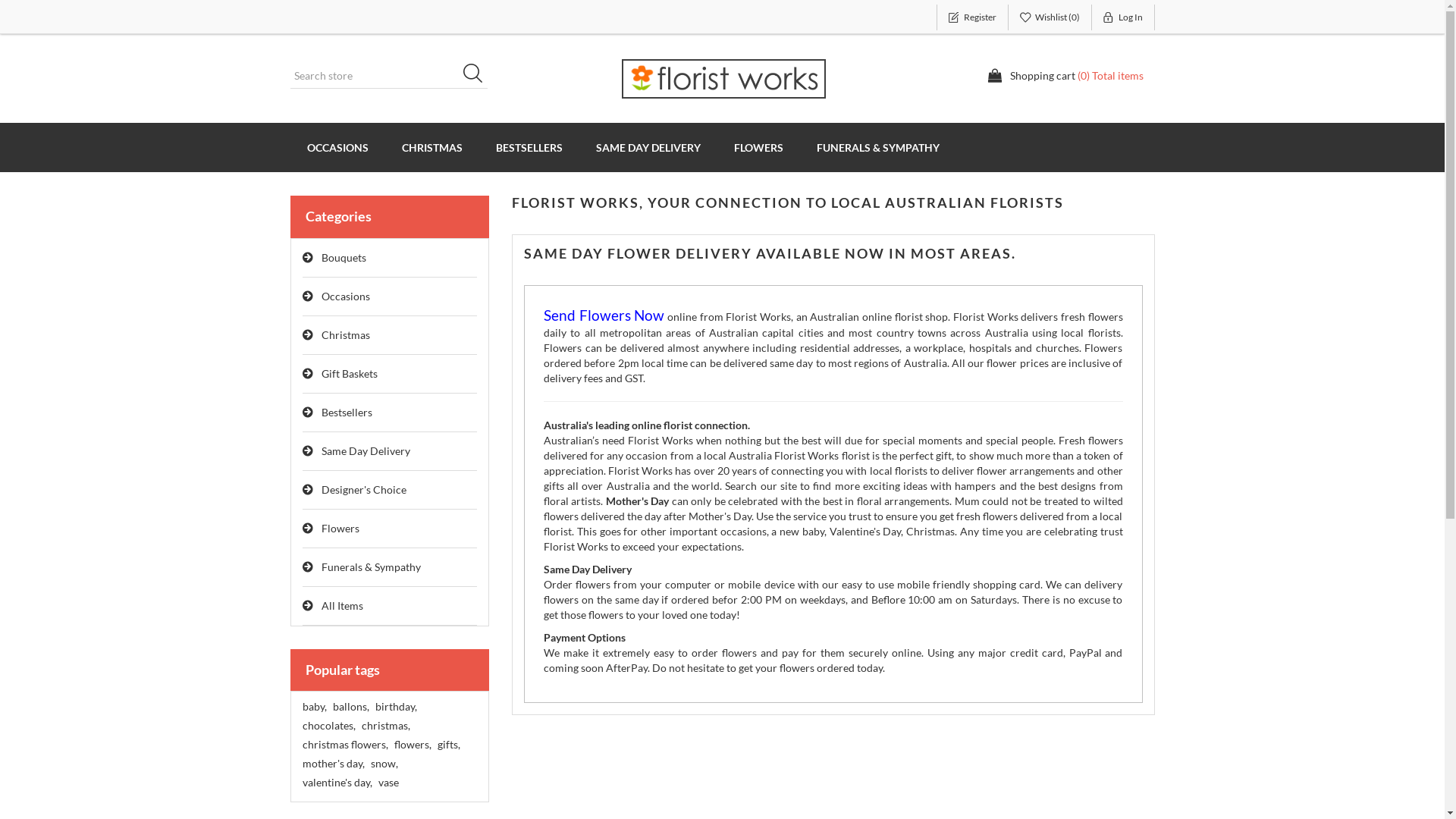 Image resolution: width=1456 pixels, height=819 pixels. Describe the element at coordinates (349, 707) in the screenshot. I see `'ballons,'` at that location.